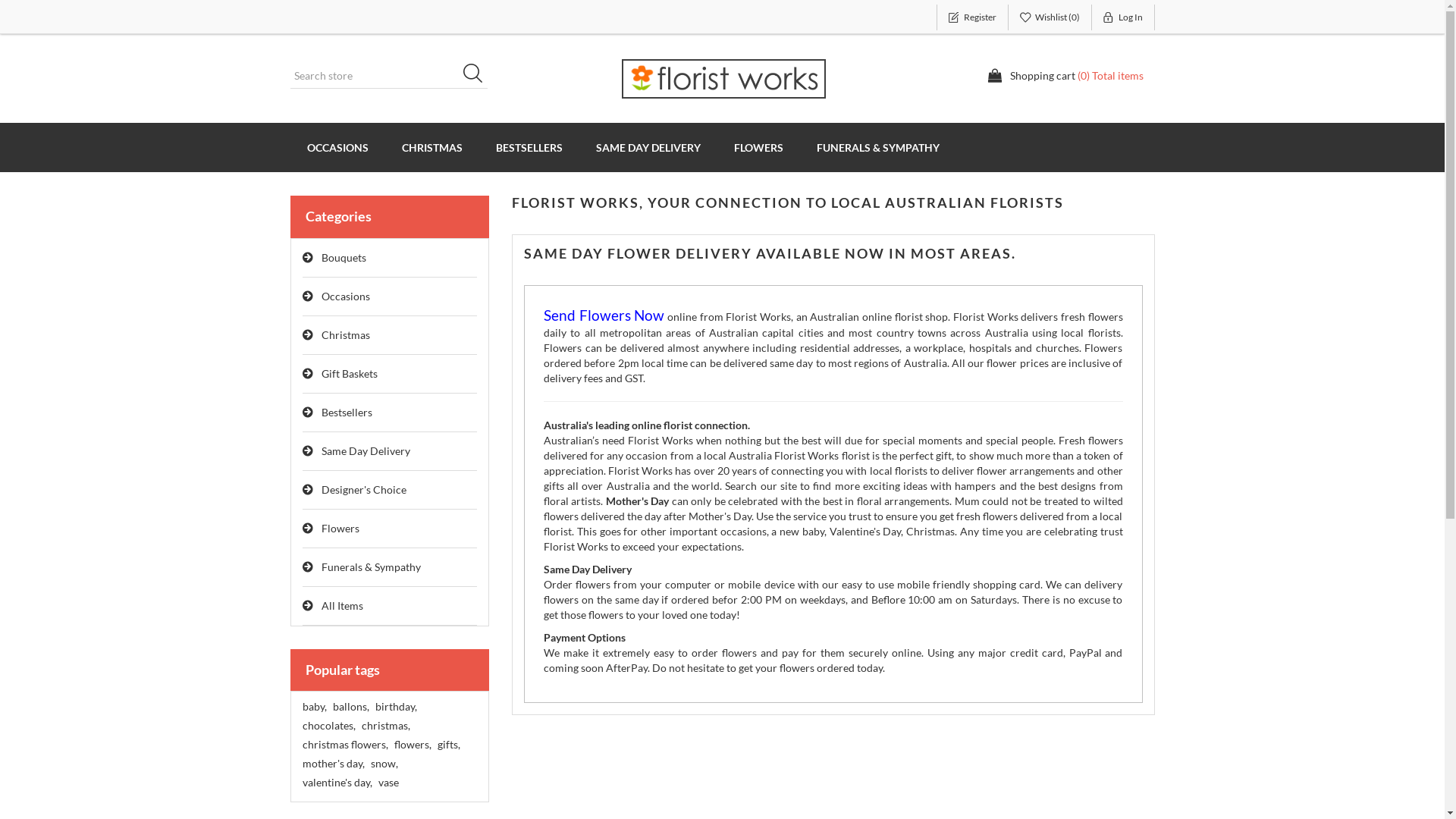 Image resolution: width=1456 pixels, height=819 pixels. Describe the element at coordinates (349, 707) in the screenshot. I see `'ballons,'` at that location.